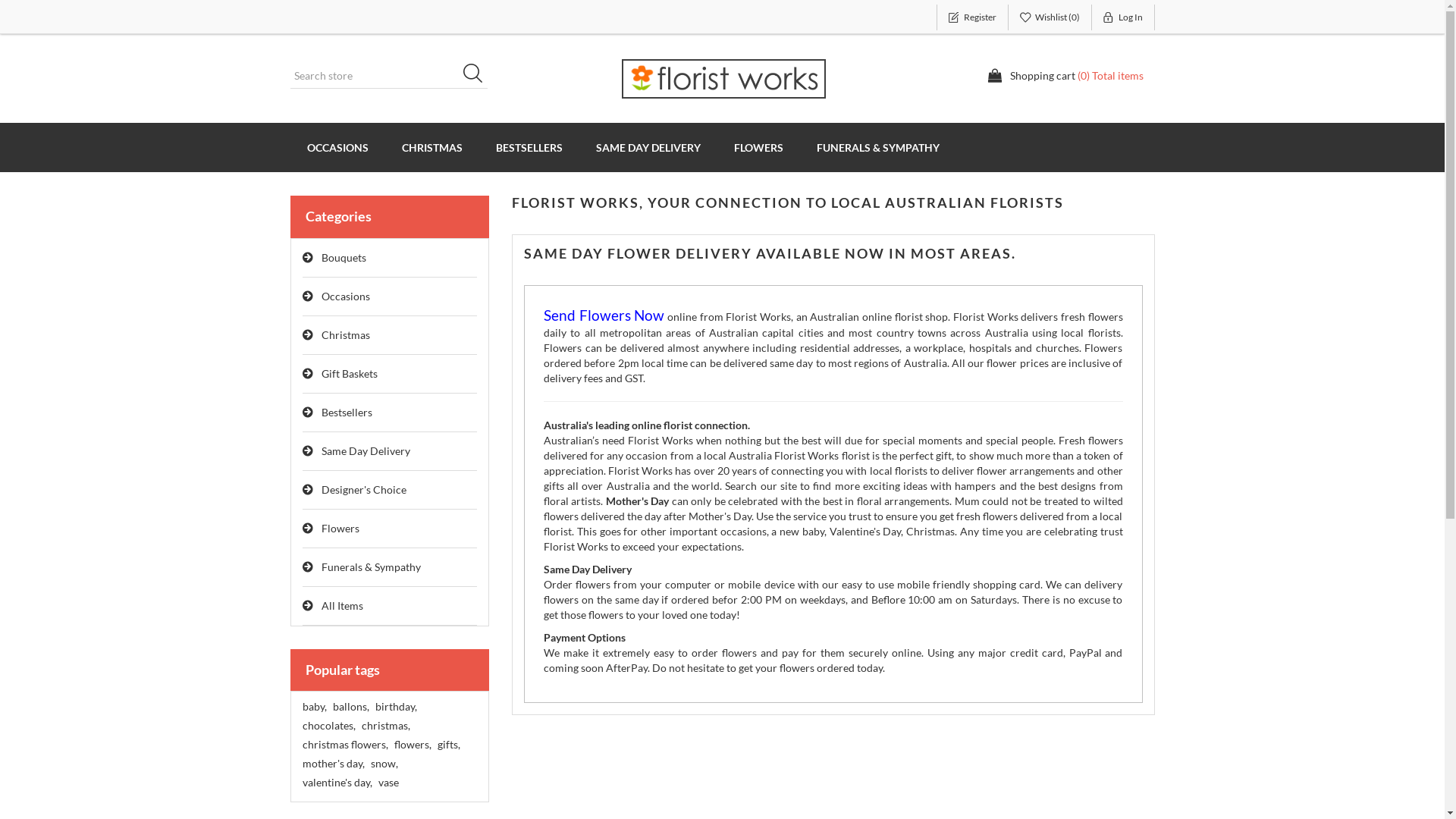 Image resolution: width=1456 pixels, height=819 pixels. Describe the element at coordinates (349, 707) in the screenshot. I see `'ballons,'` at that location.